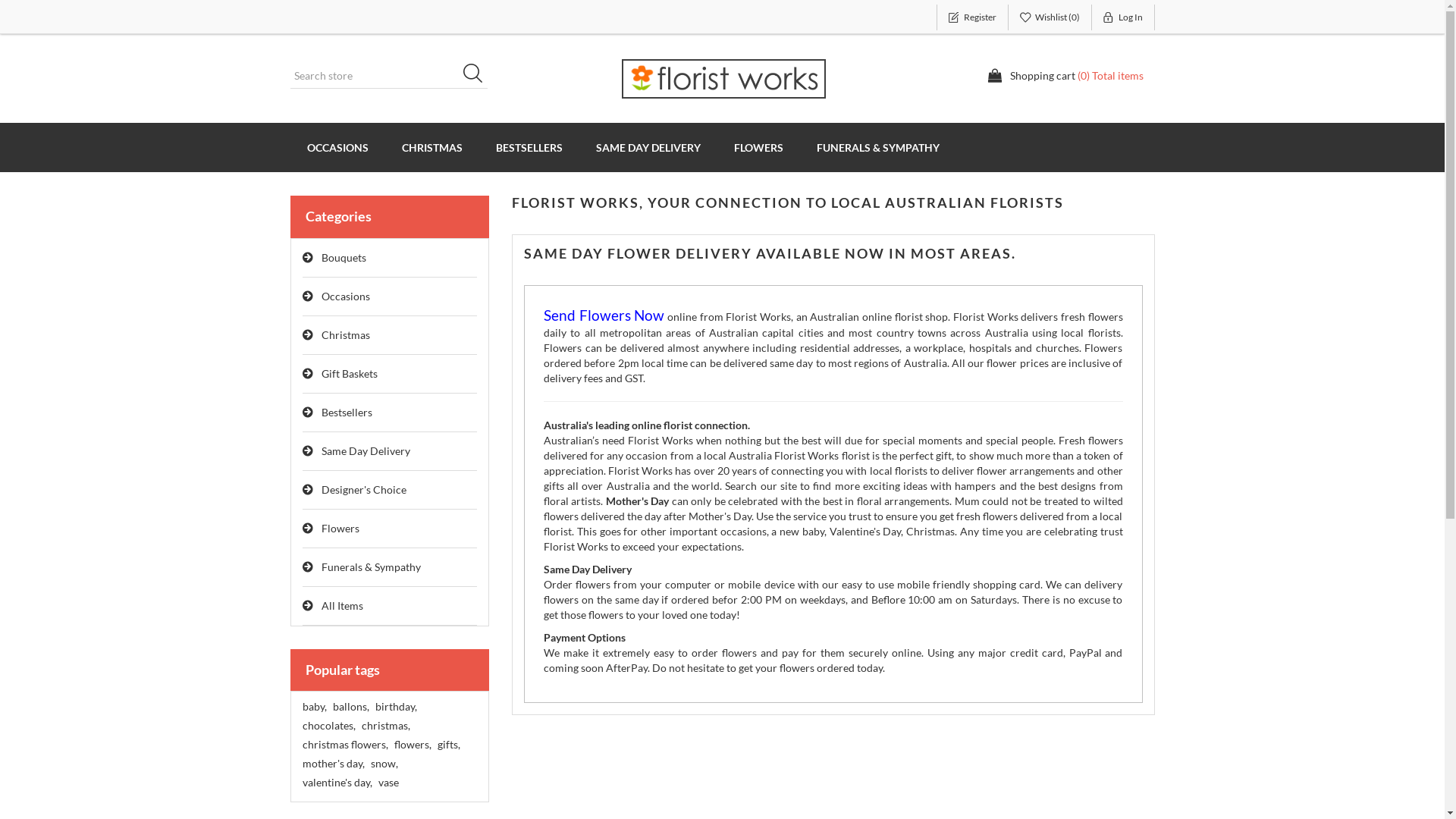 Image resolution: width=1456 pixels, height=819 pixels. Describe the element at coordinates (349, 707) in the screenshot. I see `'ballons,'` at that location.